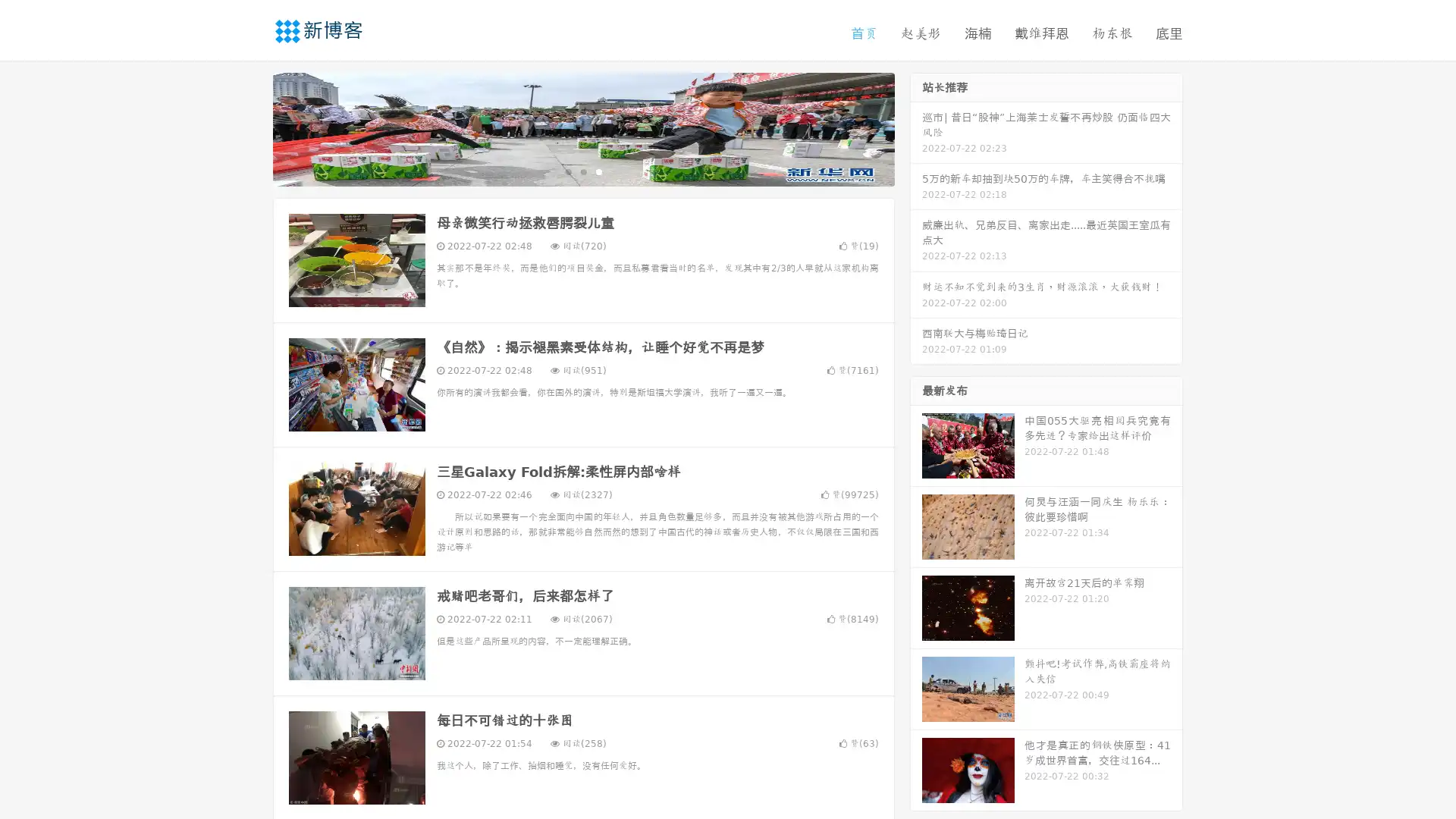  I want to click on Next slide, so click(916, 127).